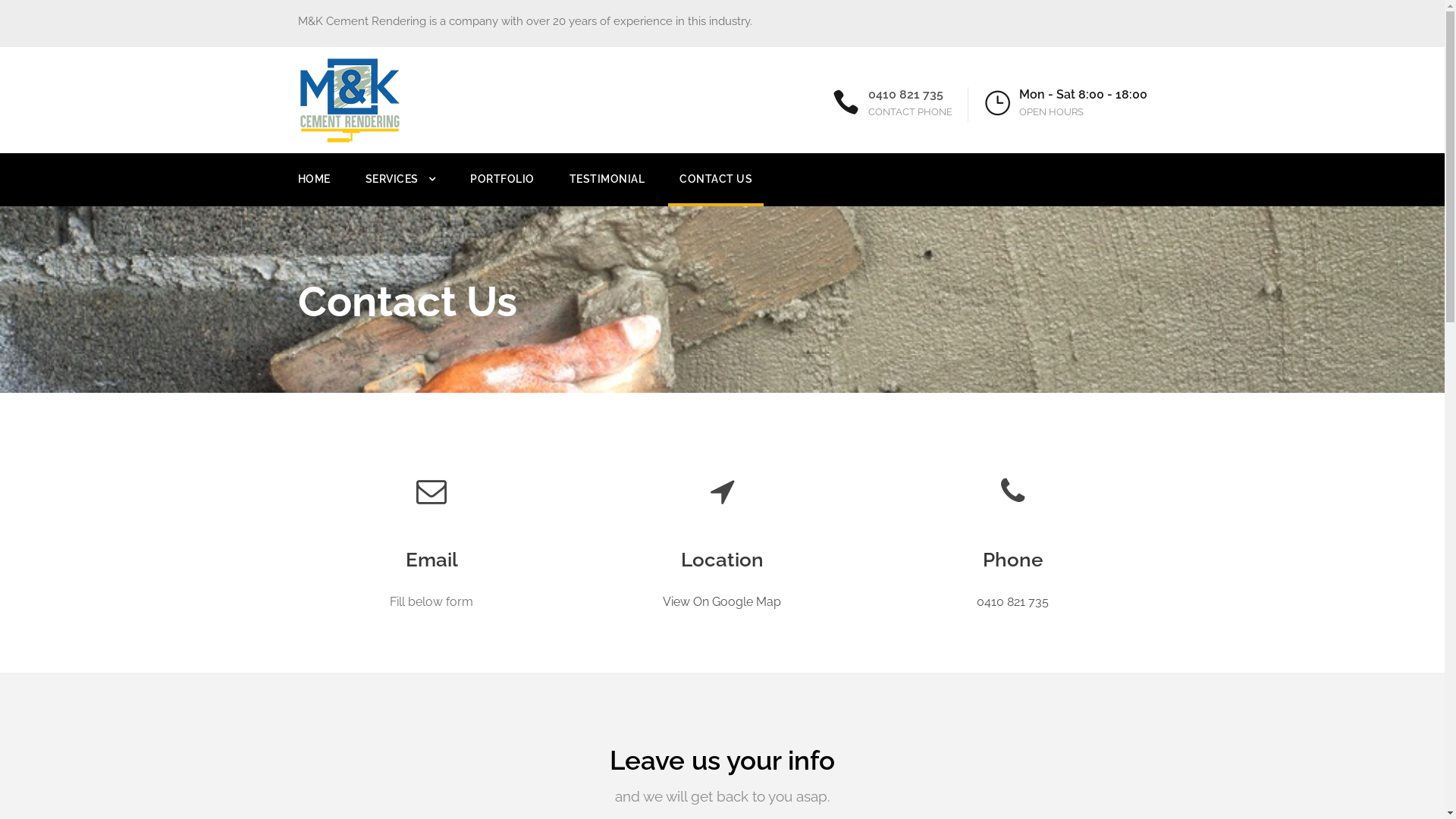 The width and height of the screenshot is (1456, 819). What do you see at coordinates (400, 187) in the screenshot?
I see `'SERVICES'` at bounding box center [400, 187].